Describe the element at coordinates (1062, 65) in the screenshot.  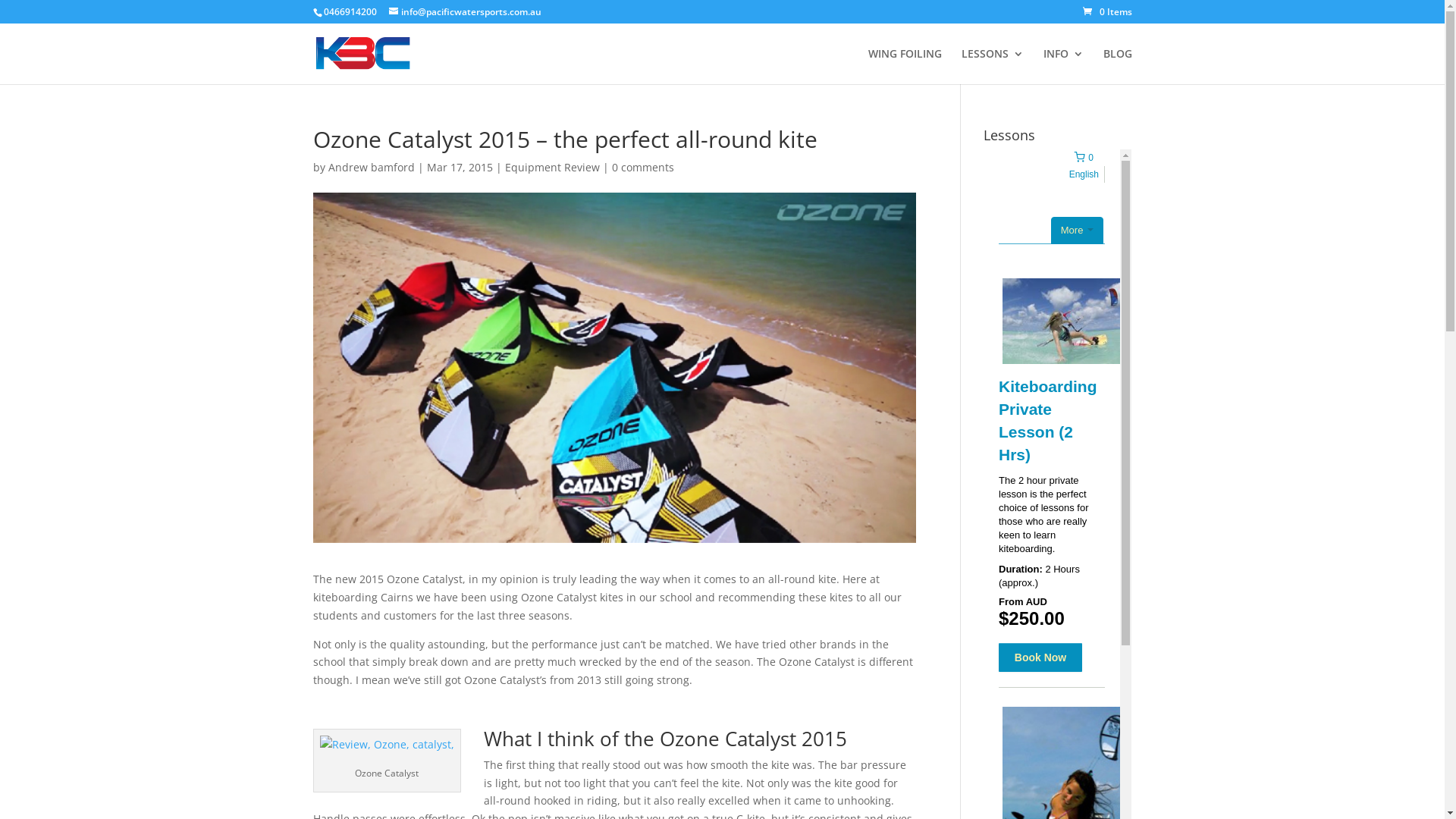
I see `'INFO'` at that location.